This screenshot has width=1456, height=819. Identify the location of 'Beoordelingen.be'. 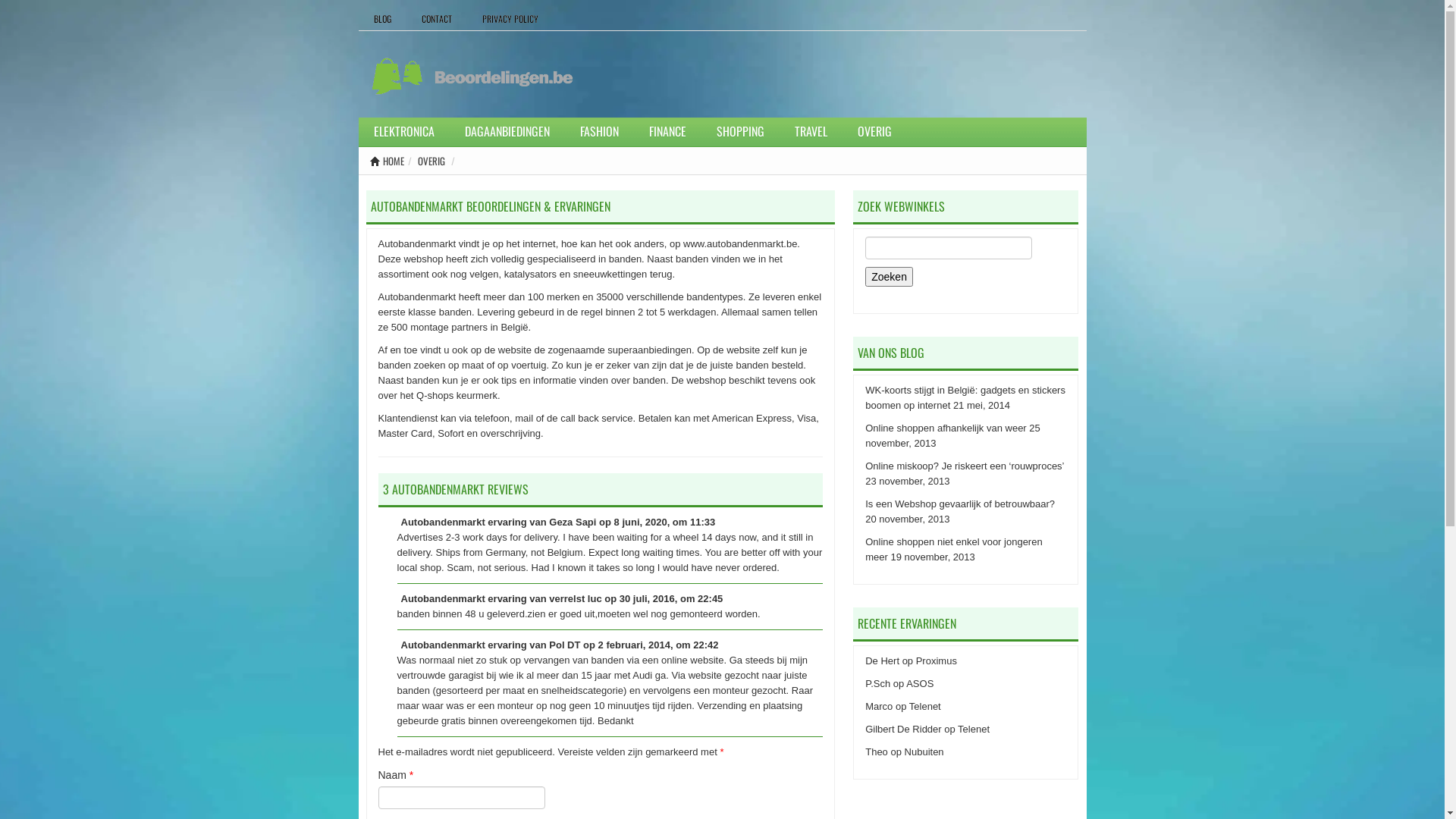
(471, 75).